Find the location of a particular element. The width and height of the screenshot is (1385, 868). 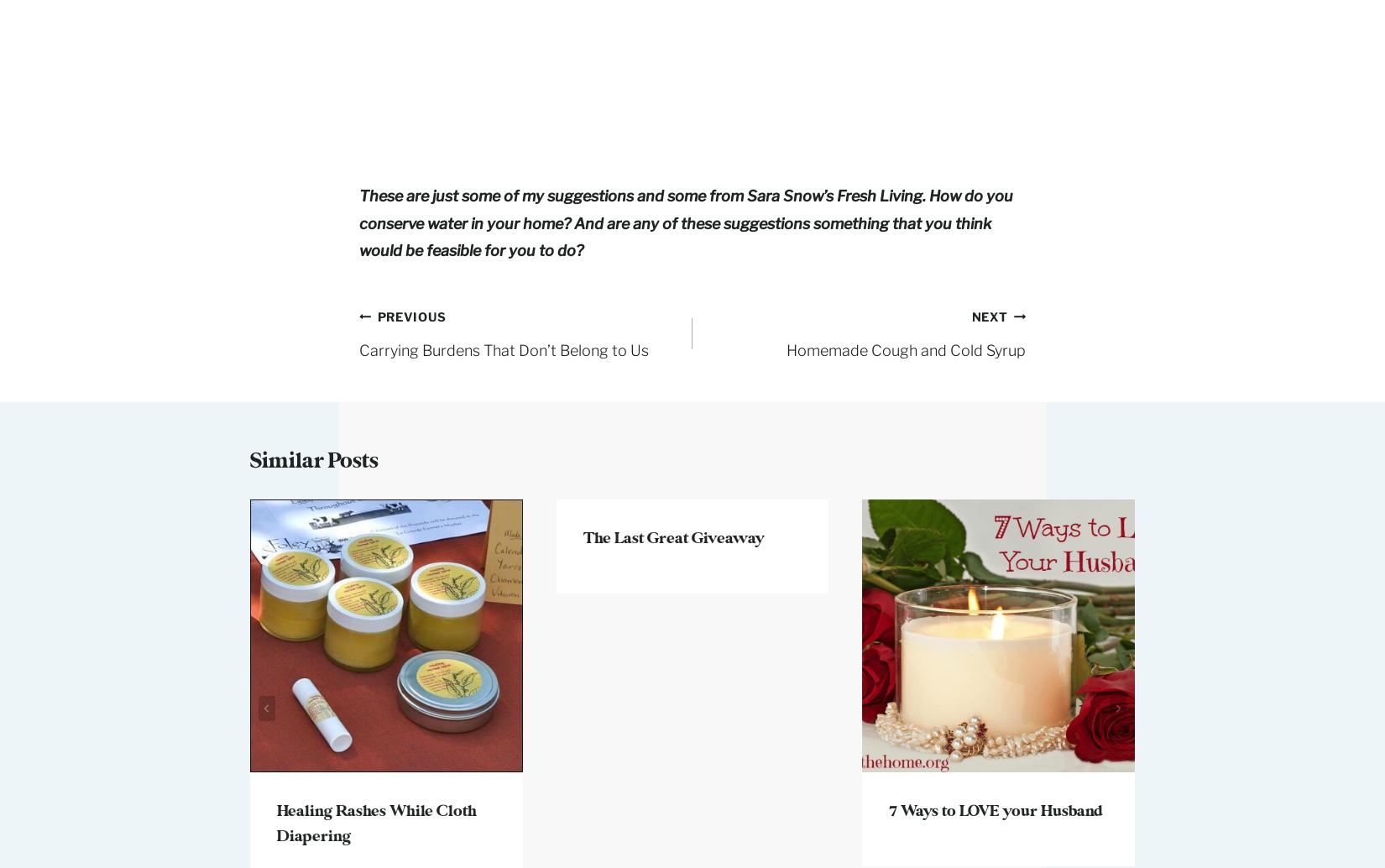

'Carrying Burdens That Don’t Belong to Us' is located at coordinates (503, 348).